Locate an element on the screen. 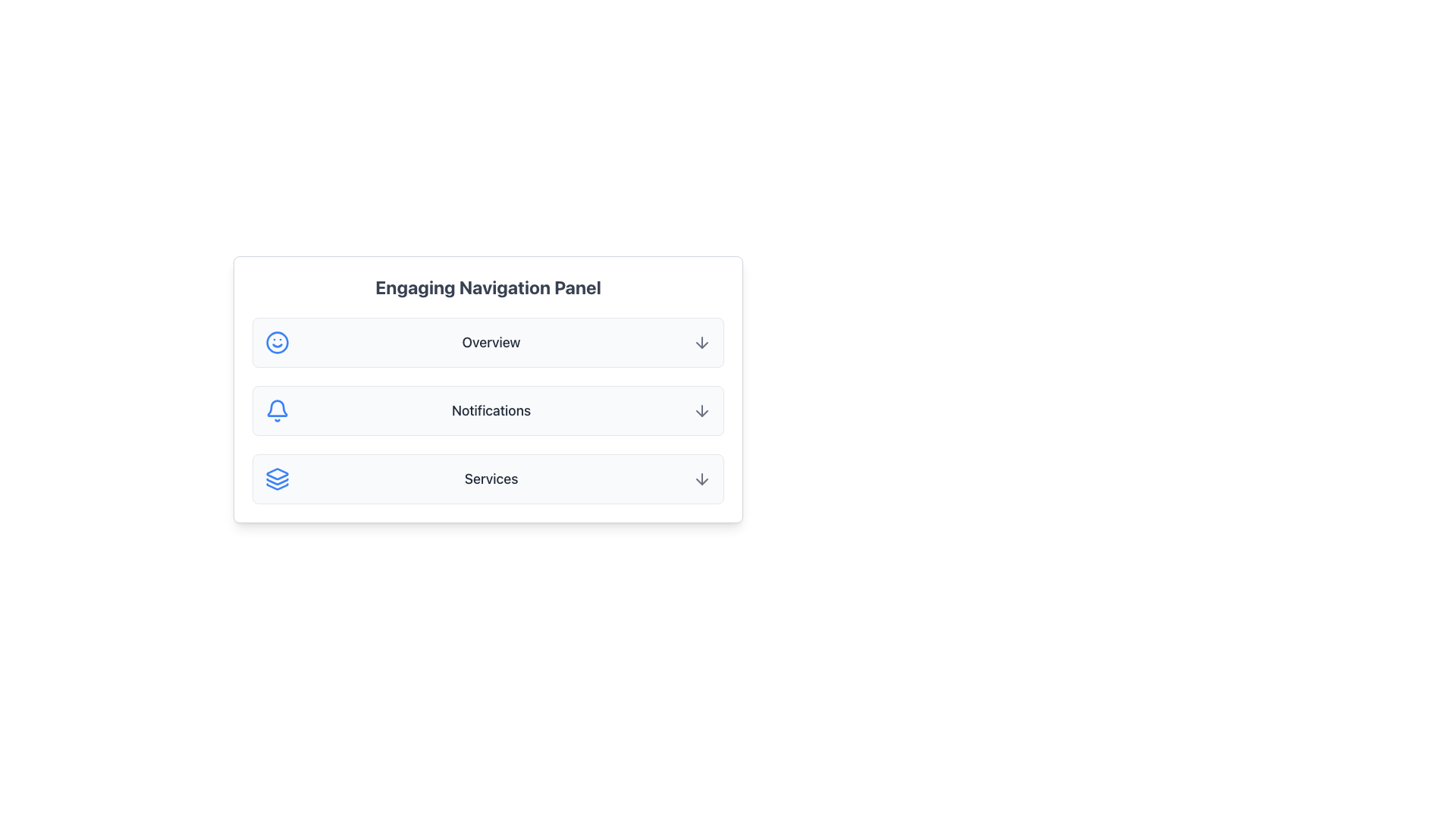 This screenshot has height=819, width=1456. the icon located at the top right corner of the 'Overview' row is located at coordinates (701, 342).